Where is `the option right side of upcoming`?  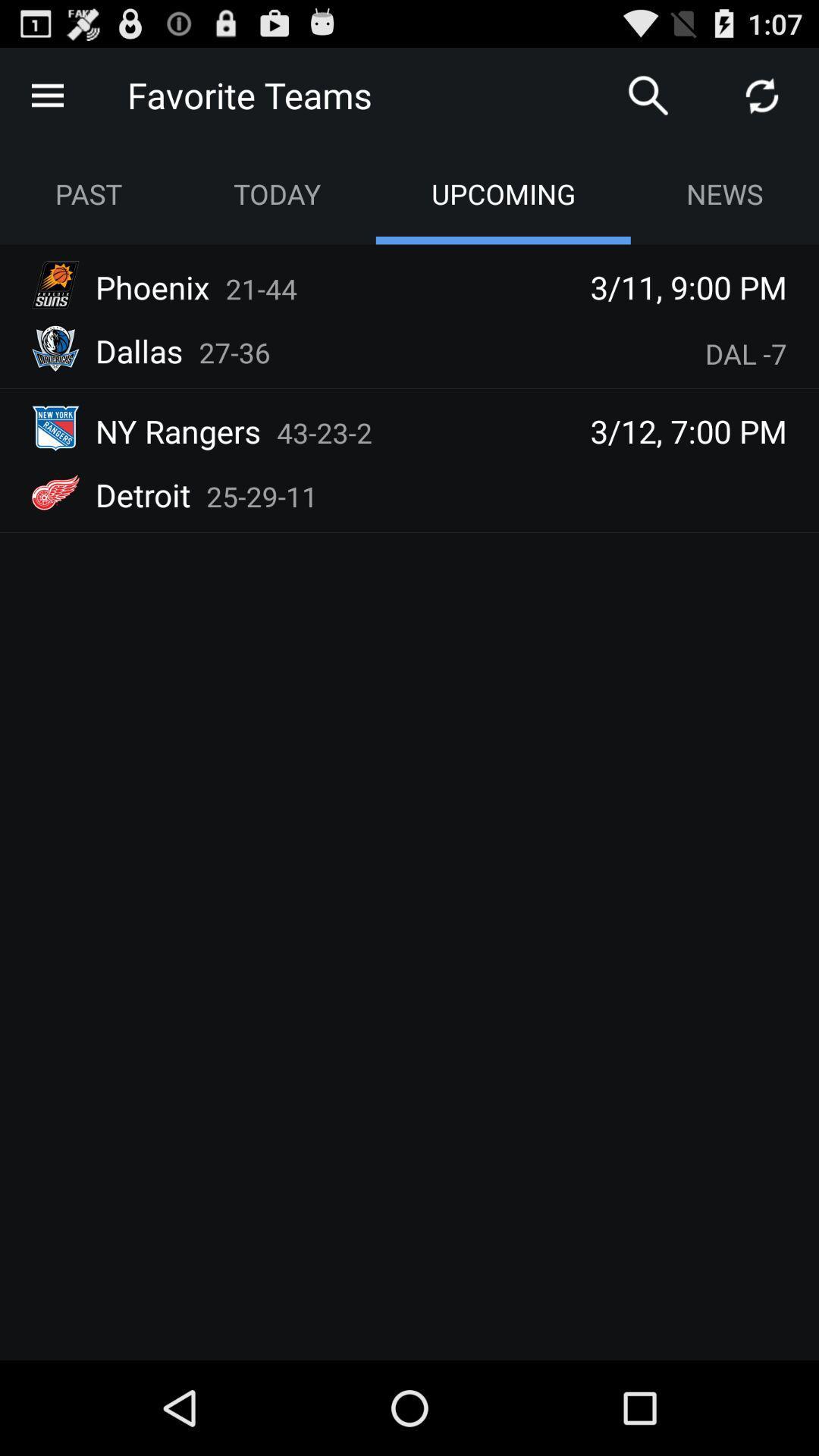
the option right side of upcoming is located at coordinates (724, 193).